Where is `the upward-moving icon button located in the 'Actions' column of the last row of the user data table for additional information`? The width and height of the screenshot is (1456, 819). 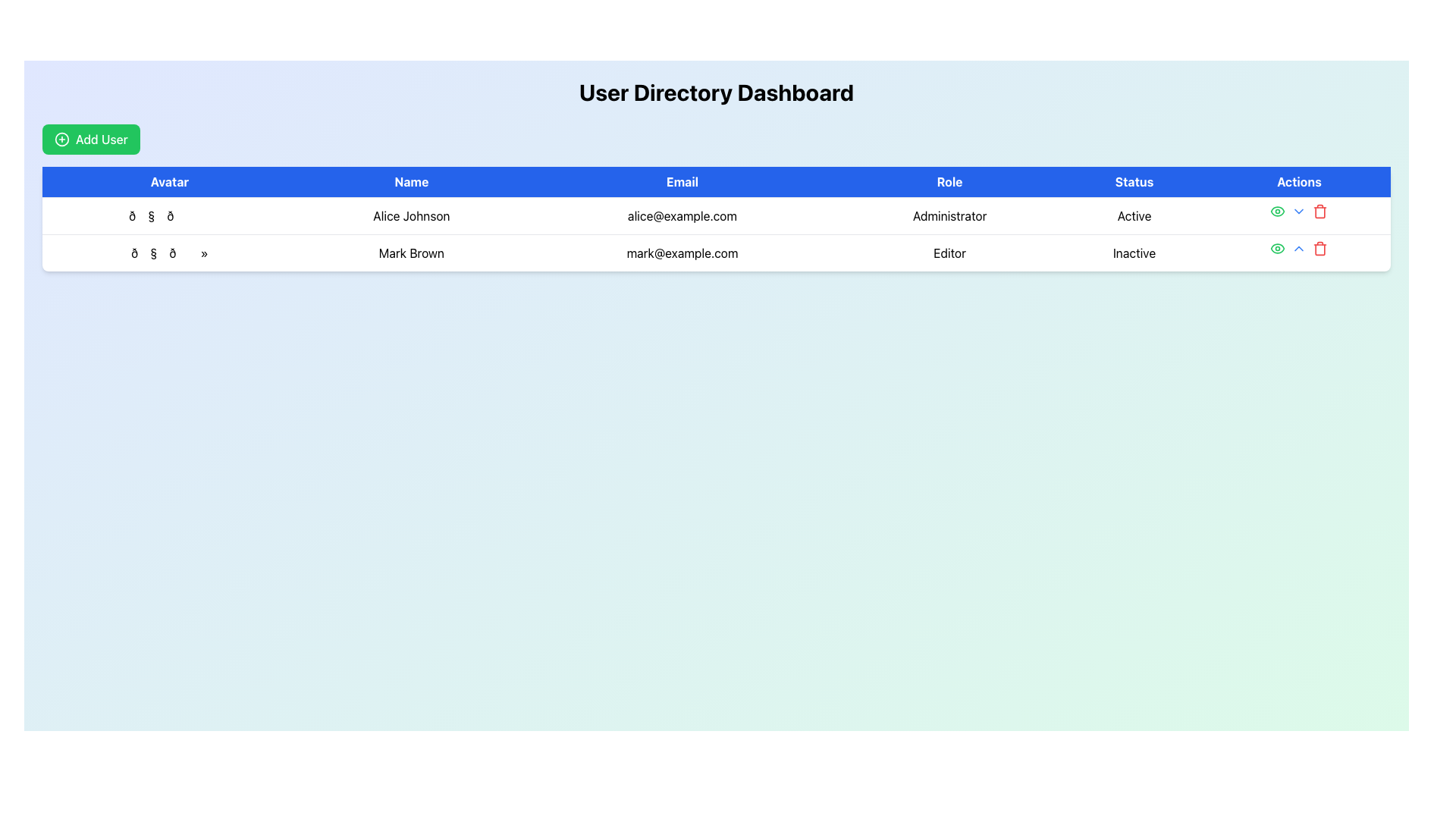 the upward-moving icon button located in the 'Actions' column of the last row of the user data table for additional information is located at coordinates (1298, 247).